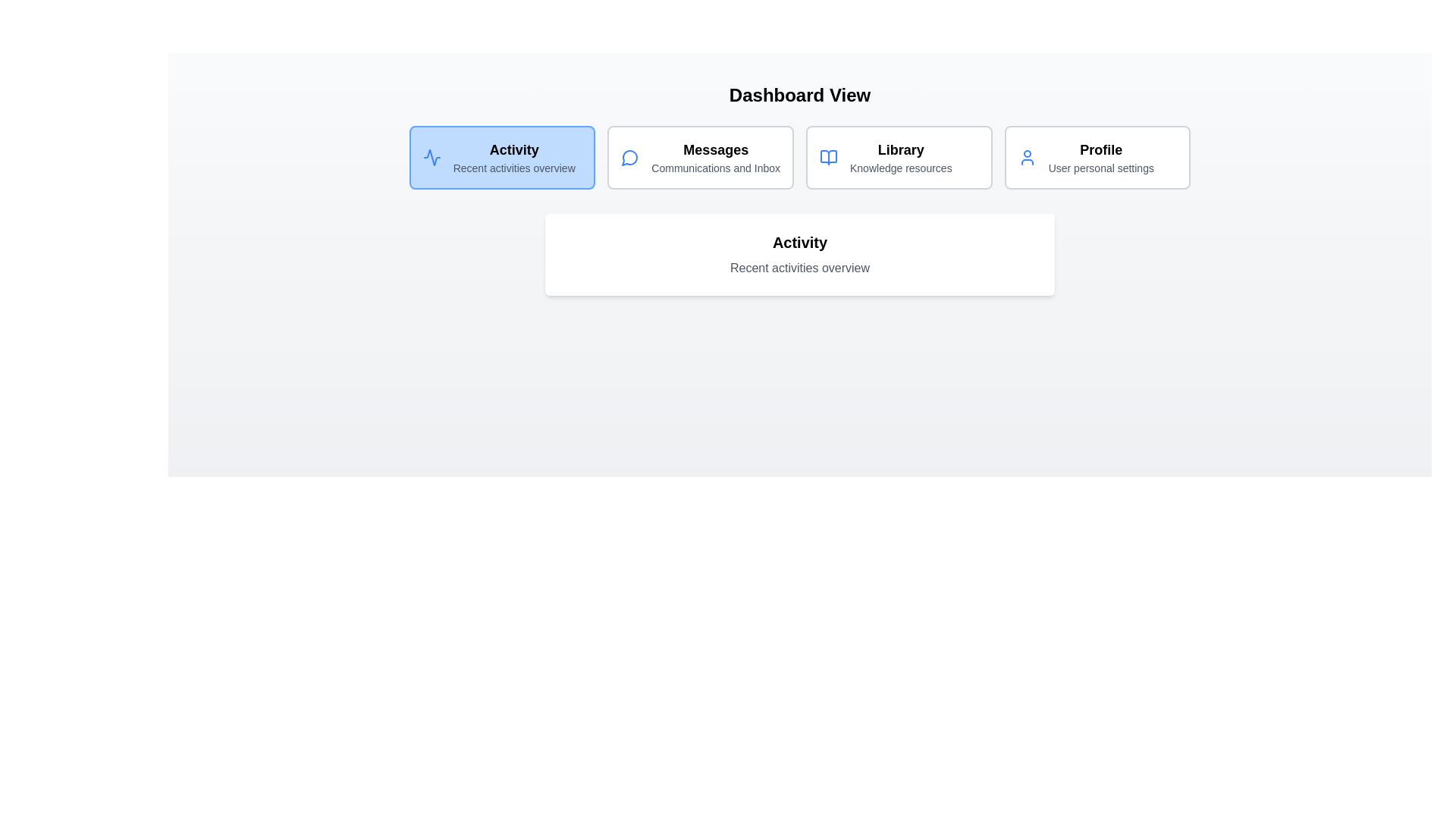 The height and width of the screenshot is (819, 1456). I want to click on the icon representing the section Activity, so click(431, 158).